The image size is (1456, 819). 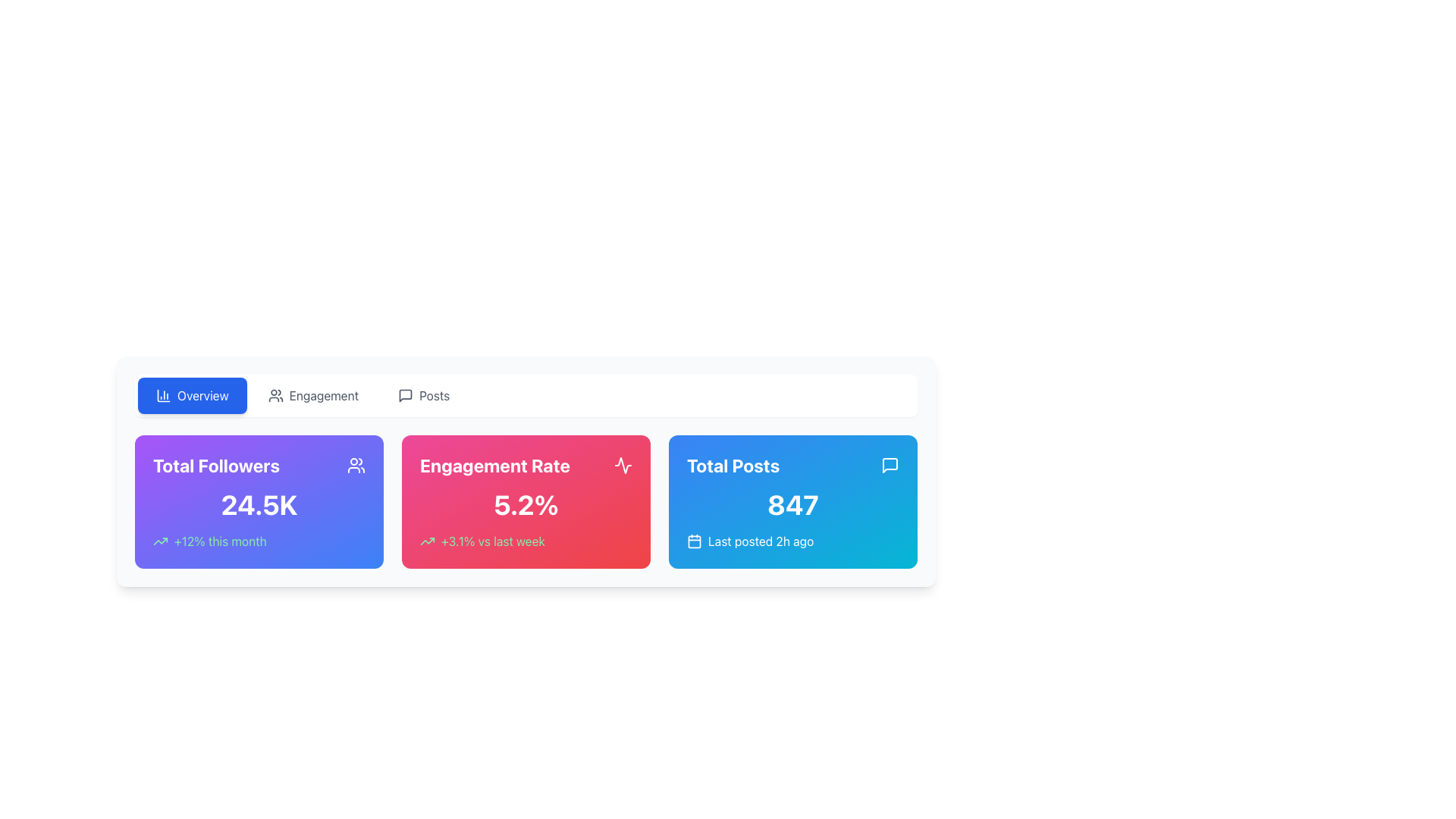 What do you see at coordinates (623, 464) in the screenshot?
I see `the activity graph icon located at the top-right corner of the 'Engagement Rate' metric card, which is represented as a stylized heartbeat signal` at bounding box center [623, 464].